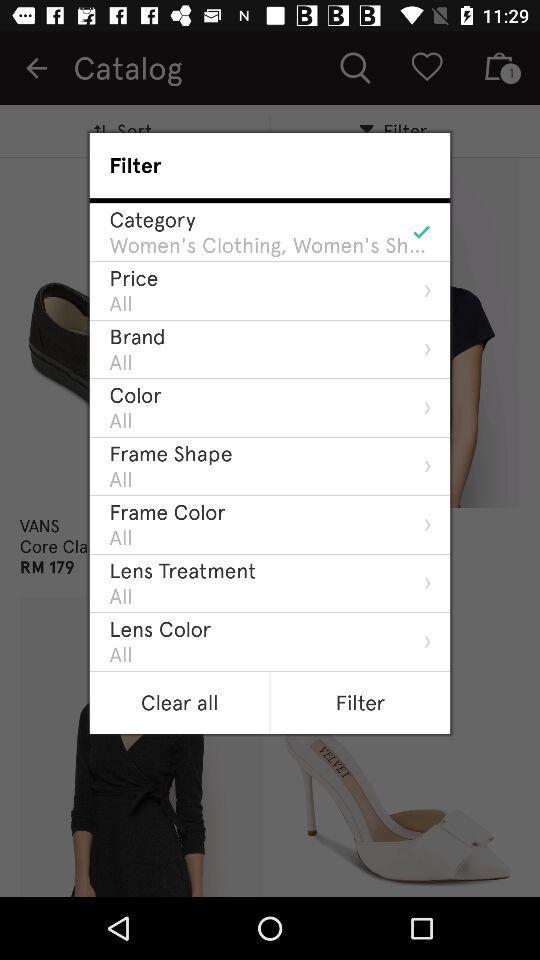  I want to click on the frame shape, so click(171, 453).